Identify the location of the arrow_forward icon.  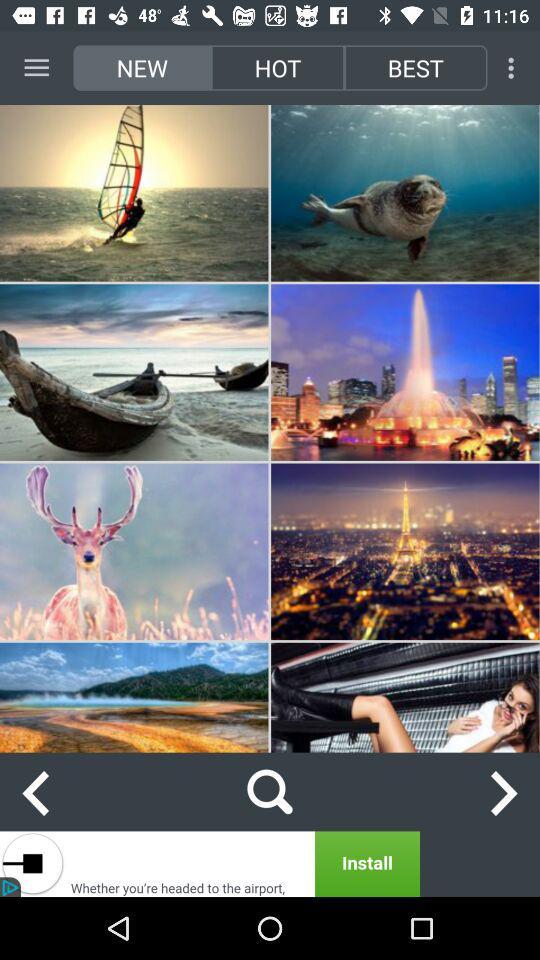
(504, 792).